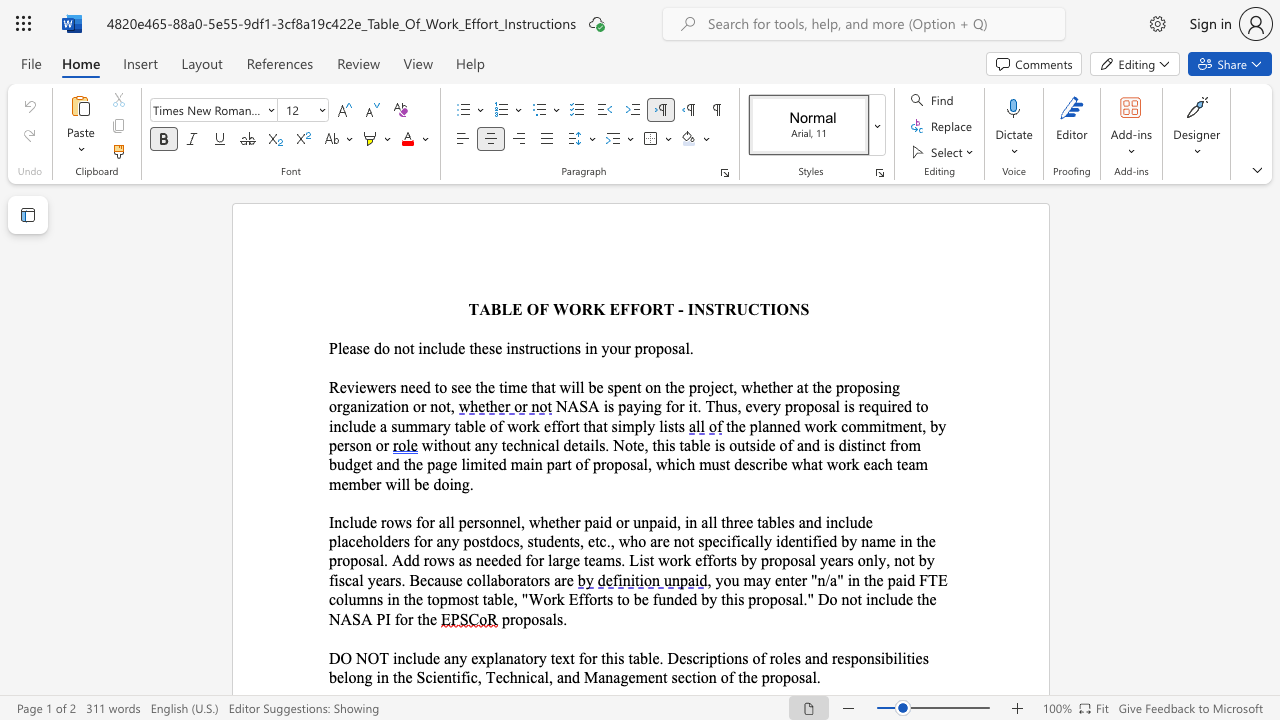 This screenshot has height=720, width=1280. Describe the element at coordinates (552, 618) in the screenshot. I see `the subset text "ls." within the text "proposals."` at that location.